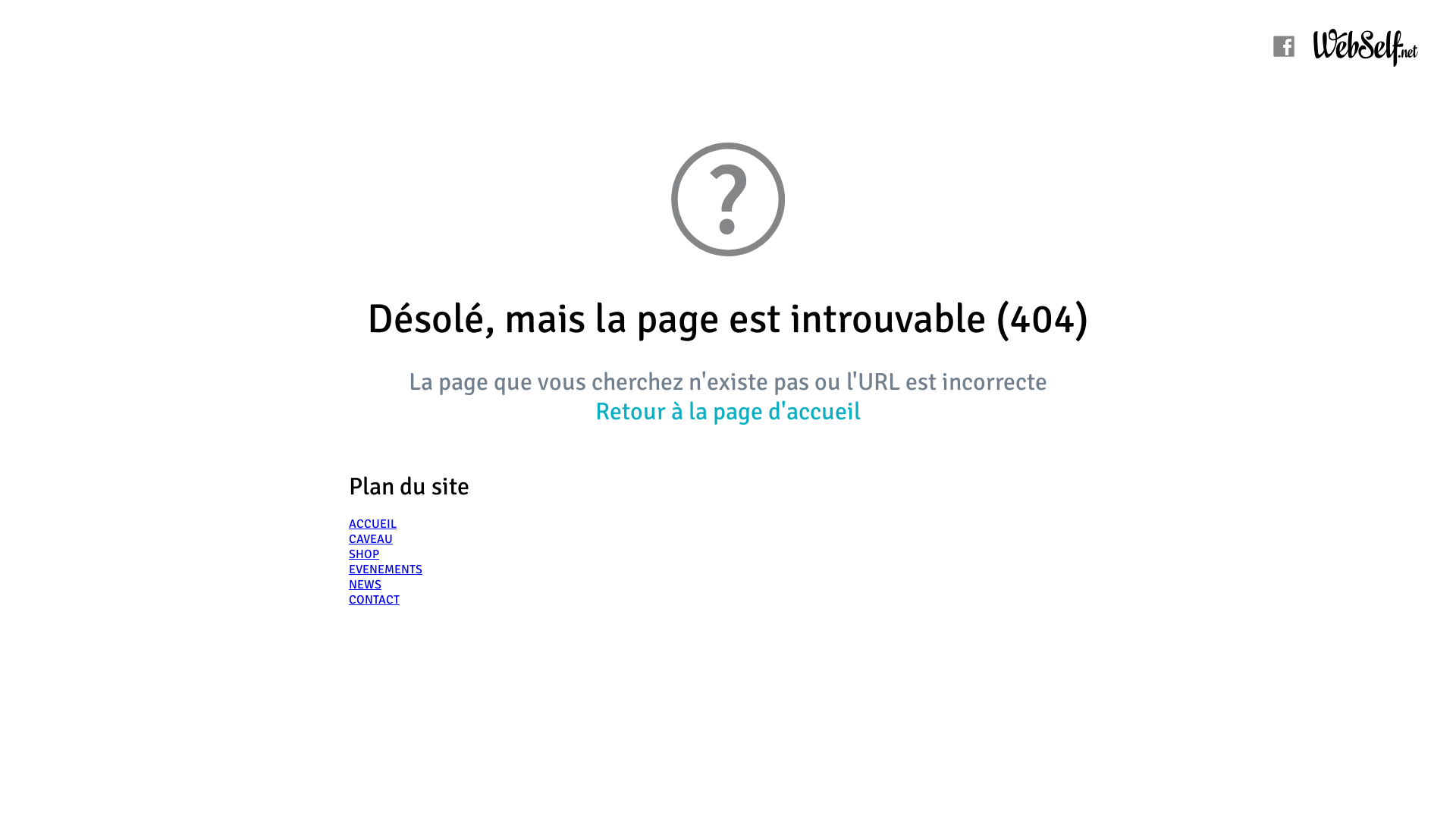 This screenshot has height=819, width=1456. What do you see at coordinates (372, 522) in the screenshot?
I see `'ACCUEIL'` at bounding box center [372, 522].